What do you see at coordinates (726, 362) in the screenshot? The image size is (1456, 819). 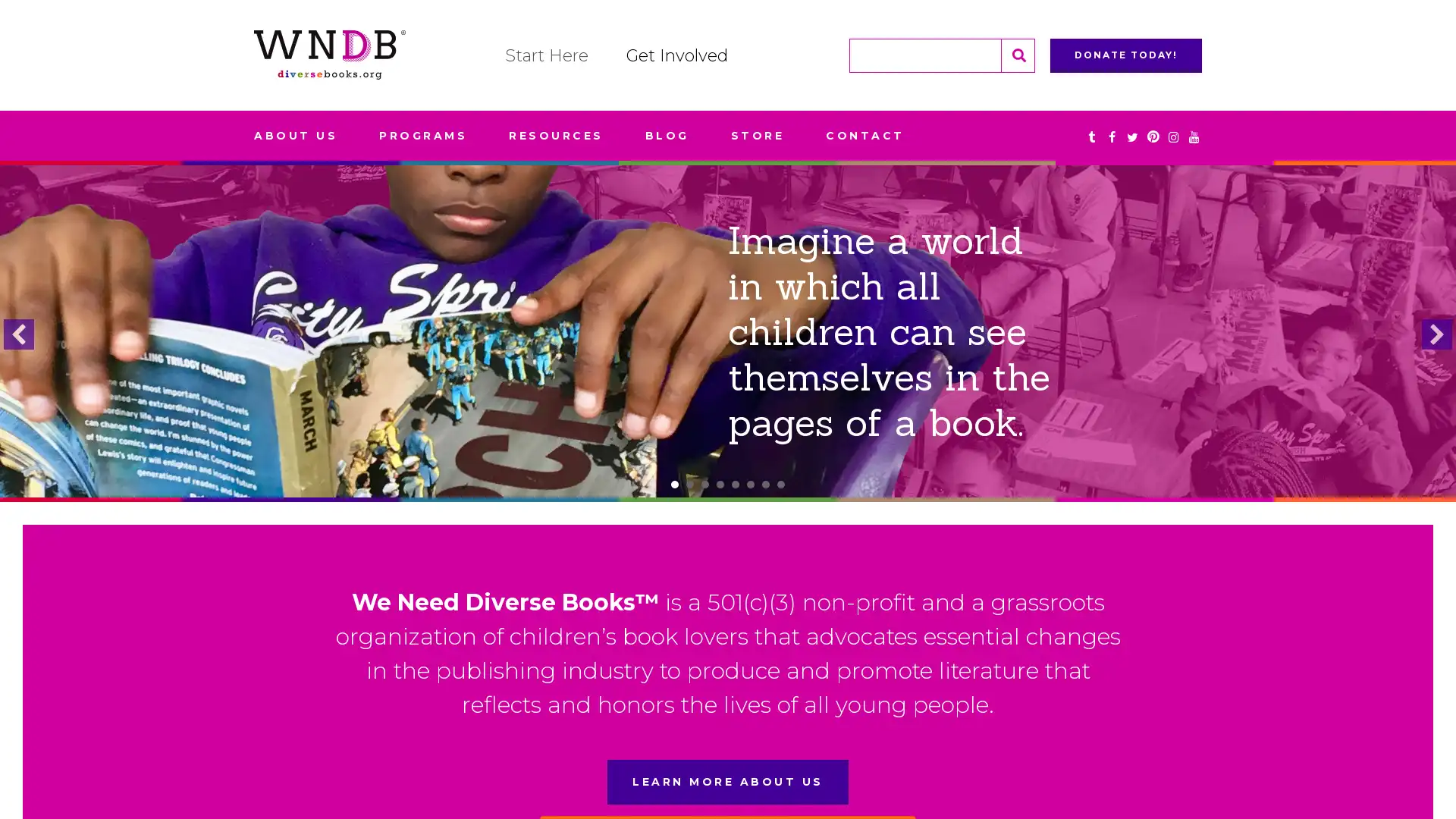 I see `SHOP OUR BONFIRE STORE` at bounding box center [726, 362].